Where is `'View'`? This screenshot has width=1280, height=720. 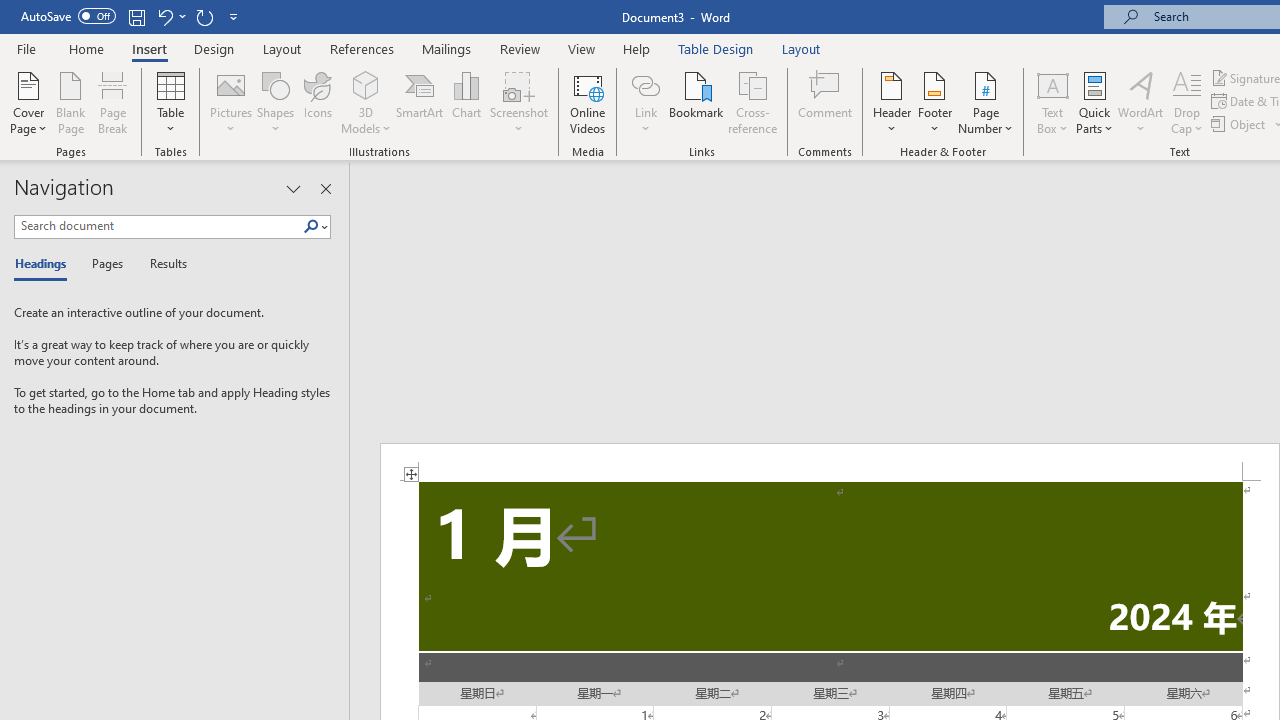 'View' is located at coordinates (581, 48).